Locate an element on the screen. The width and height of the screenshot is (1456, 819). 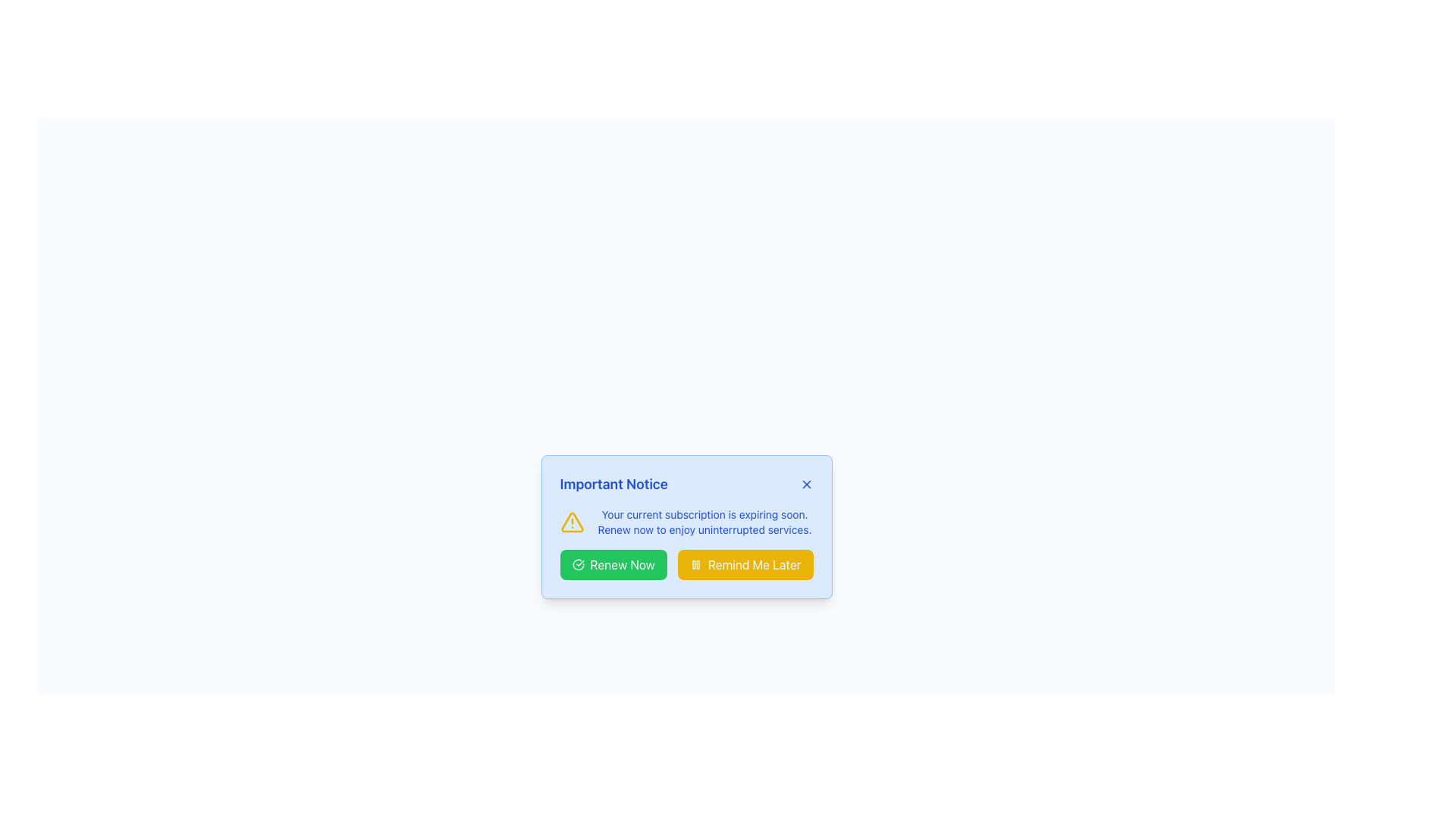
the title text label of the subscription renewal dialog box, which is positioned at the top-left and aligned with the close button at the top-right is located at coordinates (613, 485).